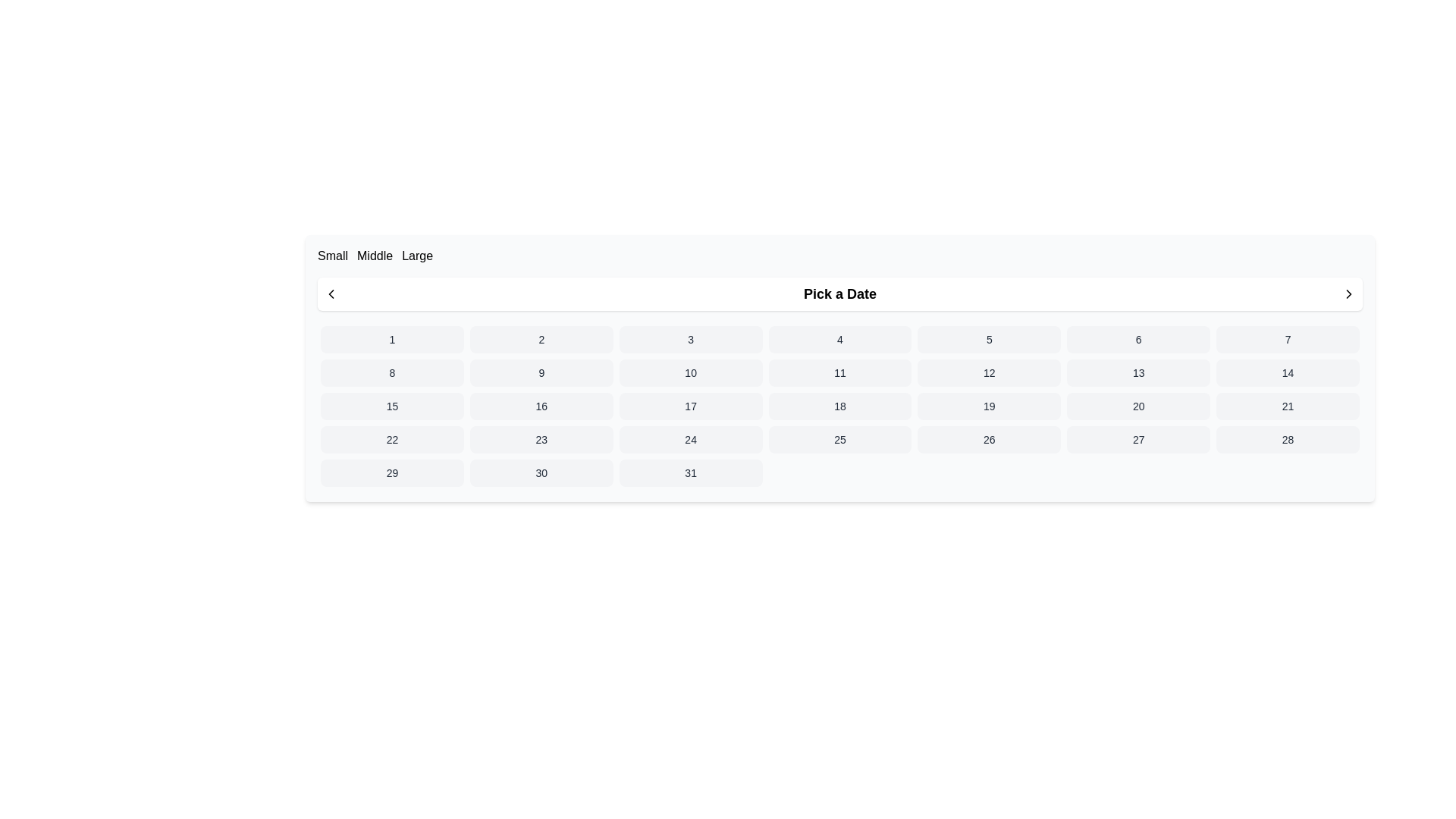  Describe the element at coordinates (330, 294) in the screenshot. I see `the left-facing chevron icon, which is a small arrow-shaped icon outlined in a neutral color and located adjacent to the 'Pick a Date' title` at that location.